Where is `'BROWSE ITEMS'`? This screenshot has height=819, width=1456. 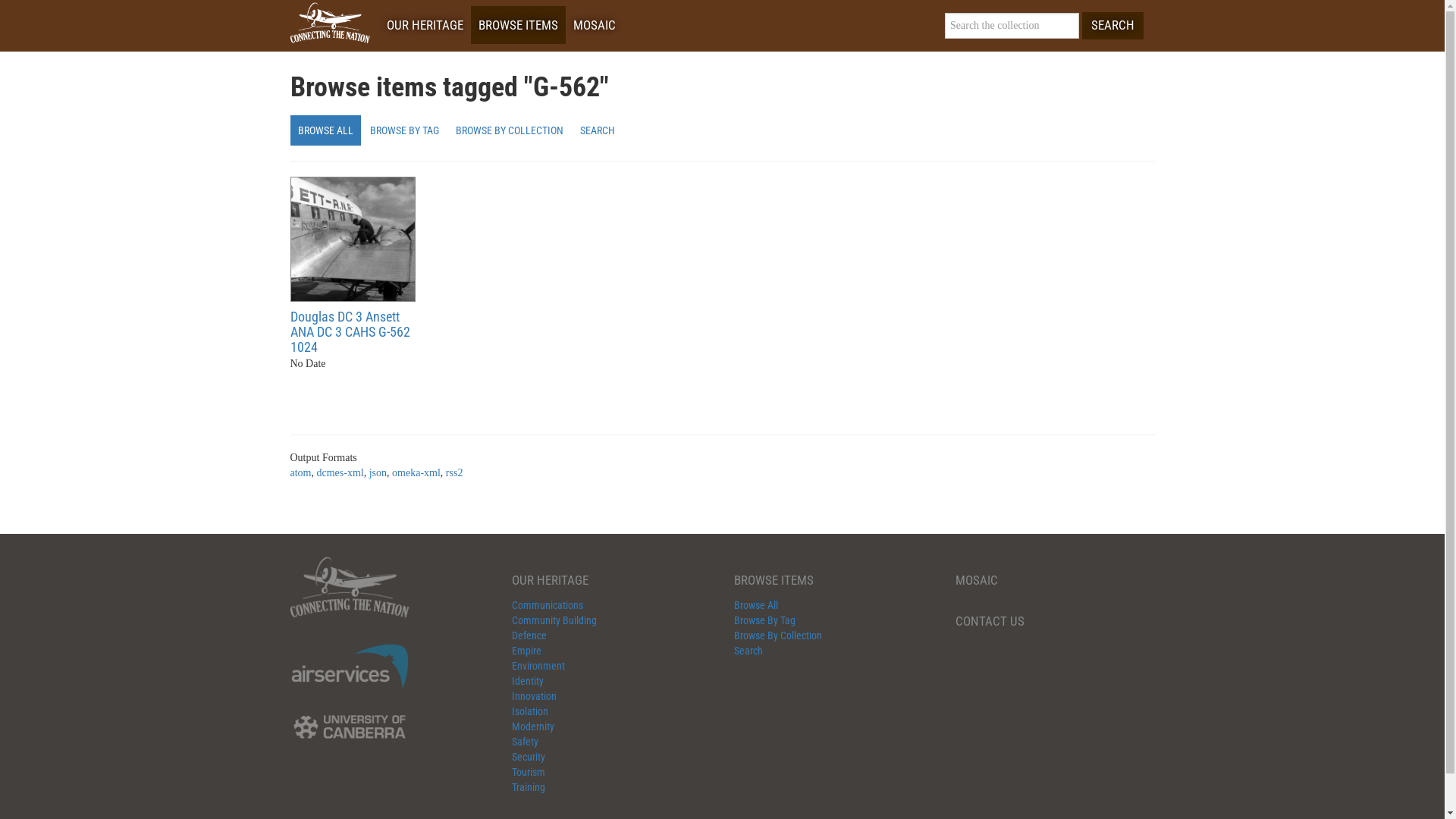 'BROWSE ITEMS' is located at coordinates (469, 25).